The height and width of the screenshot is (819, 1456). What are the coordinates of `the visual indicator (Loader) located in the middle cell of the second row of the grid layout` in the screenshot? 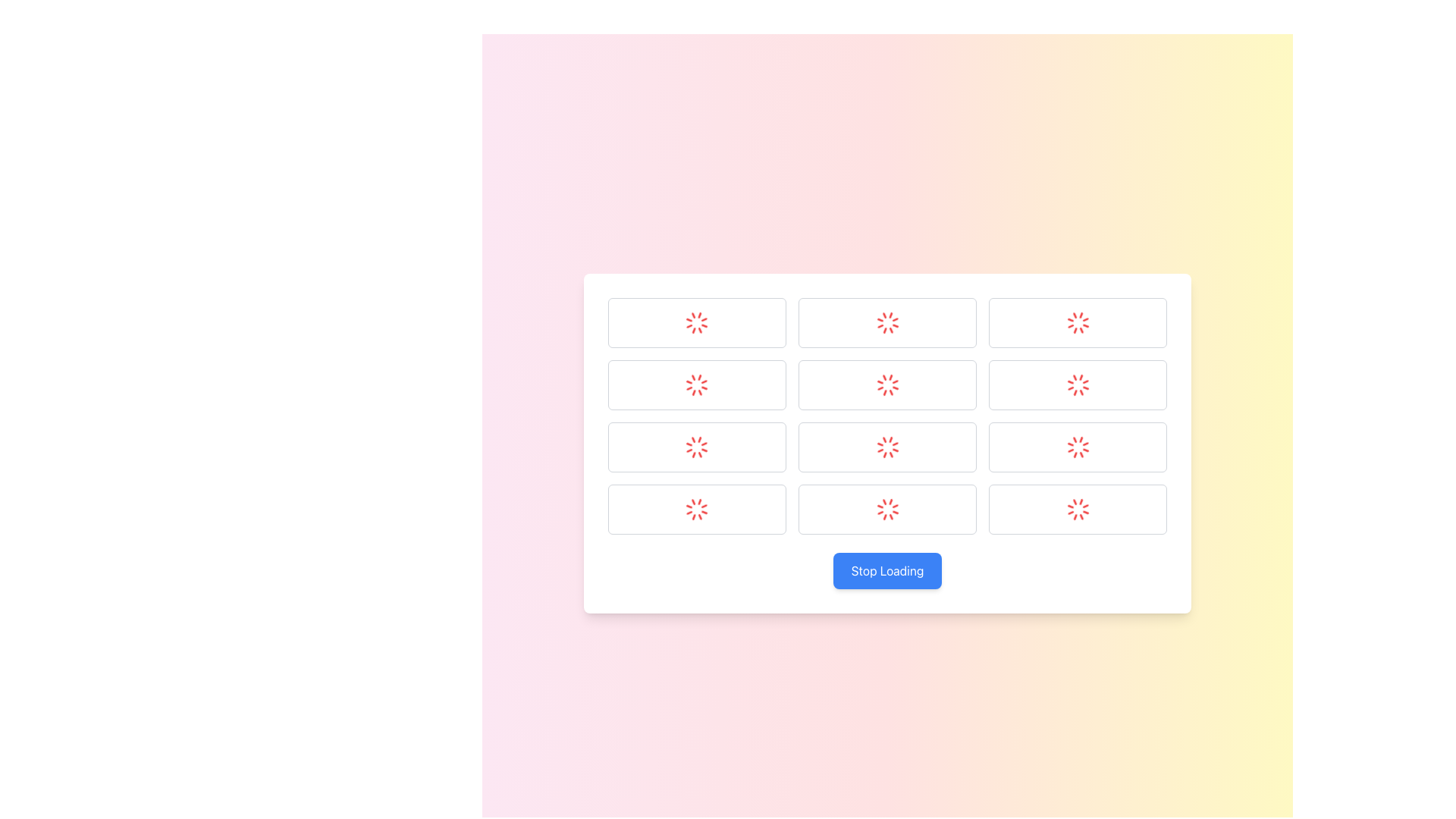 It's located at (887, 384).